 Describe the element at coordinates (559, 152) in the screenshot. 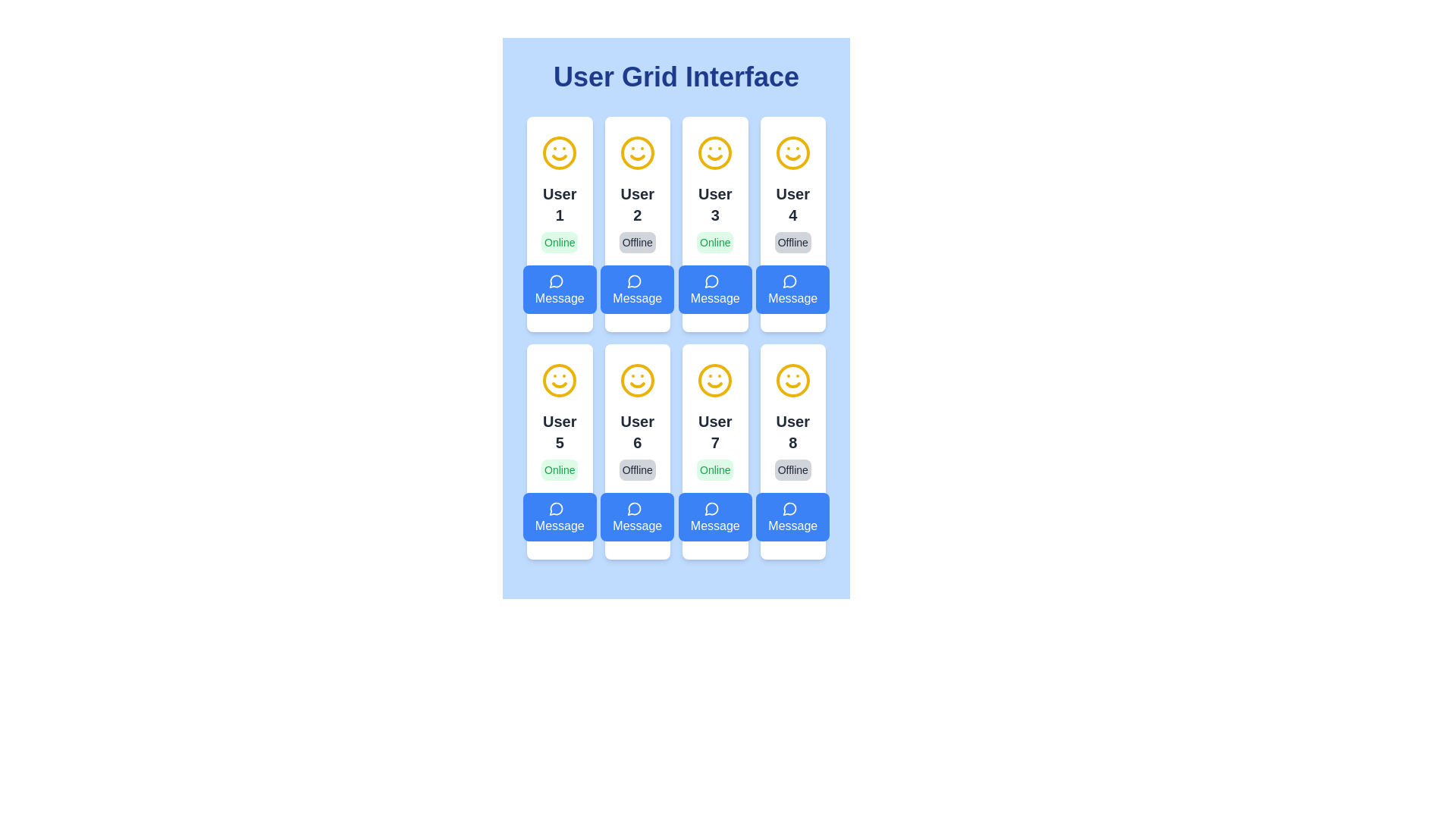

I see `the smiling face icon with a circular outline in yellow, located at the top of the user profile card for 'User 1'` at that location.